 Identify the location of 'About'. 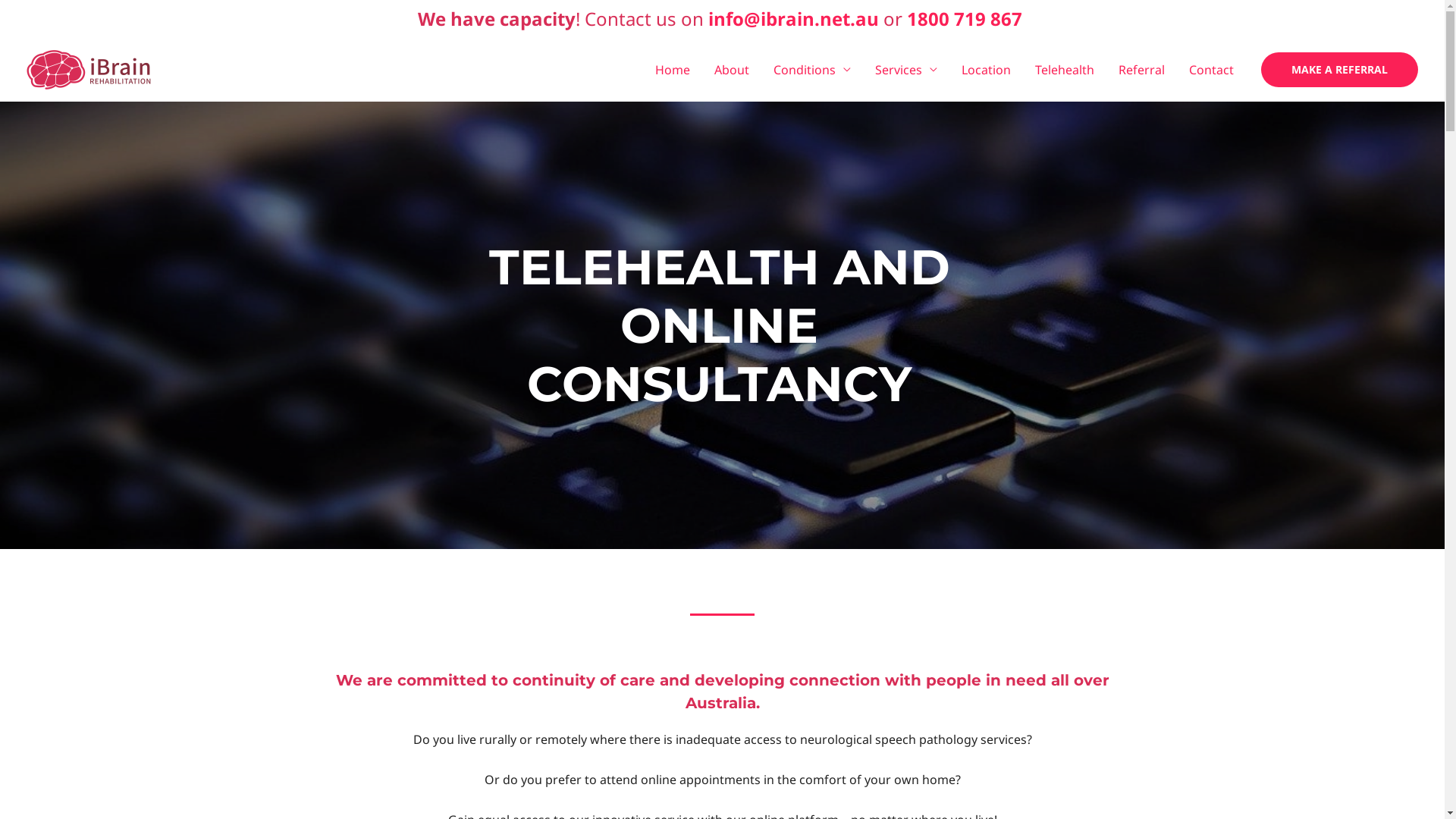
(701, 70).